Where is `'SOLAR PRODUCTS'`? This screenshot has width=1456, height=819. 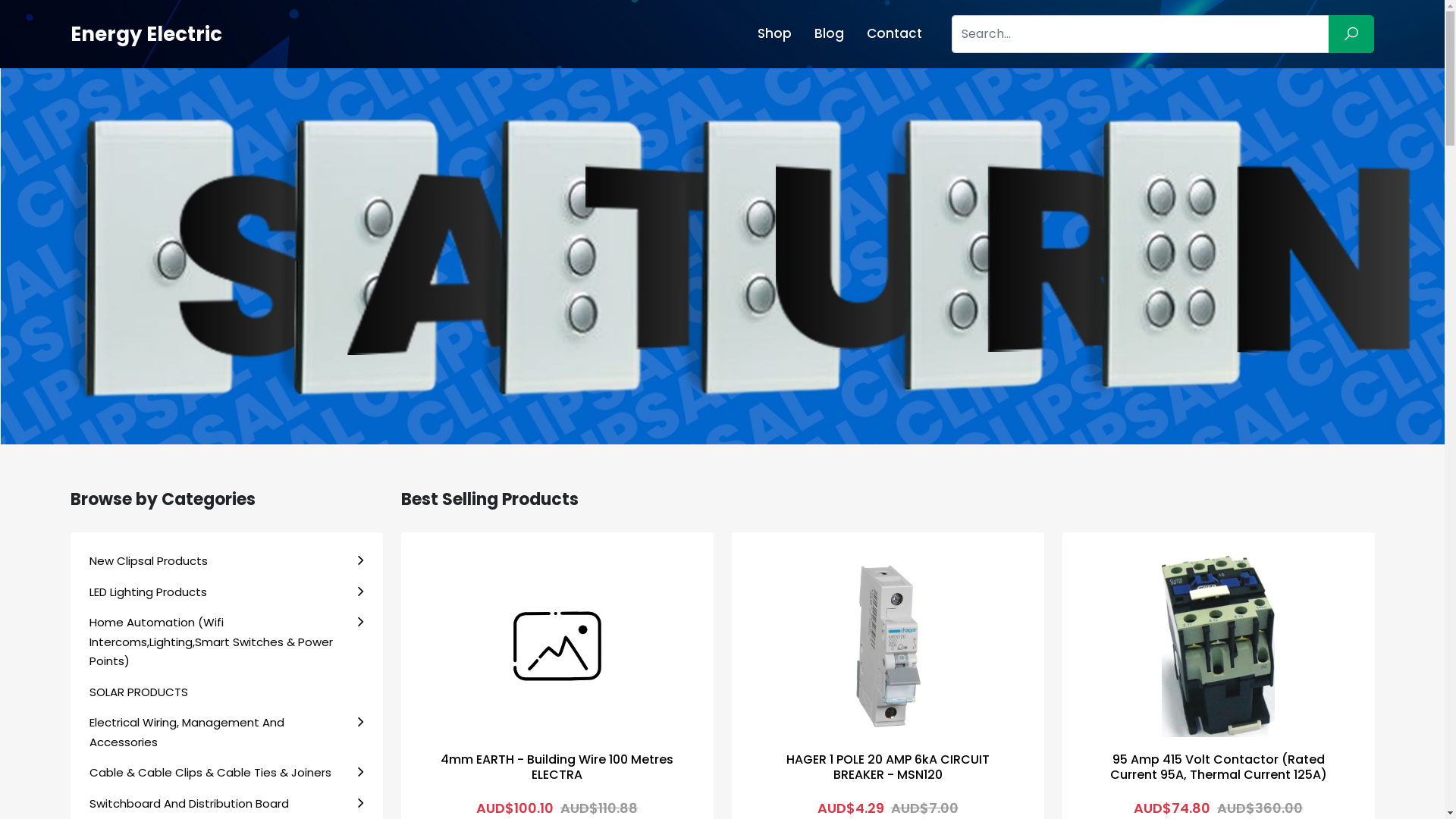 'SOLAR PRODUCTS' is located at coordinates (225, 692).